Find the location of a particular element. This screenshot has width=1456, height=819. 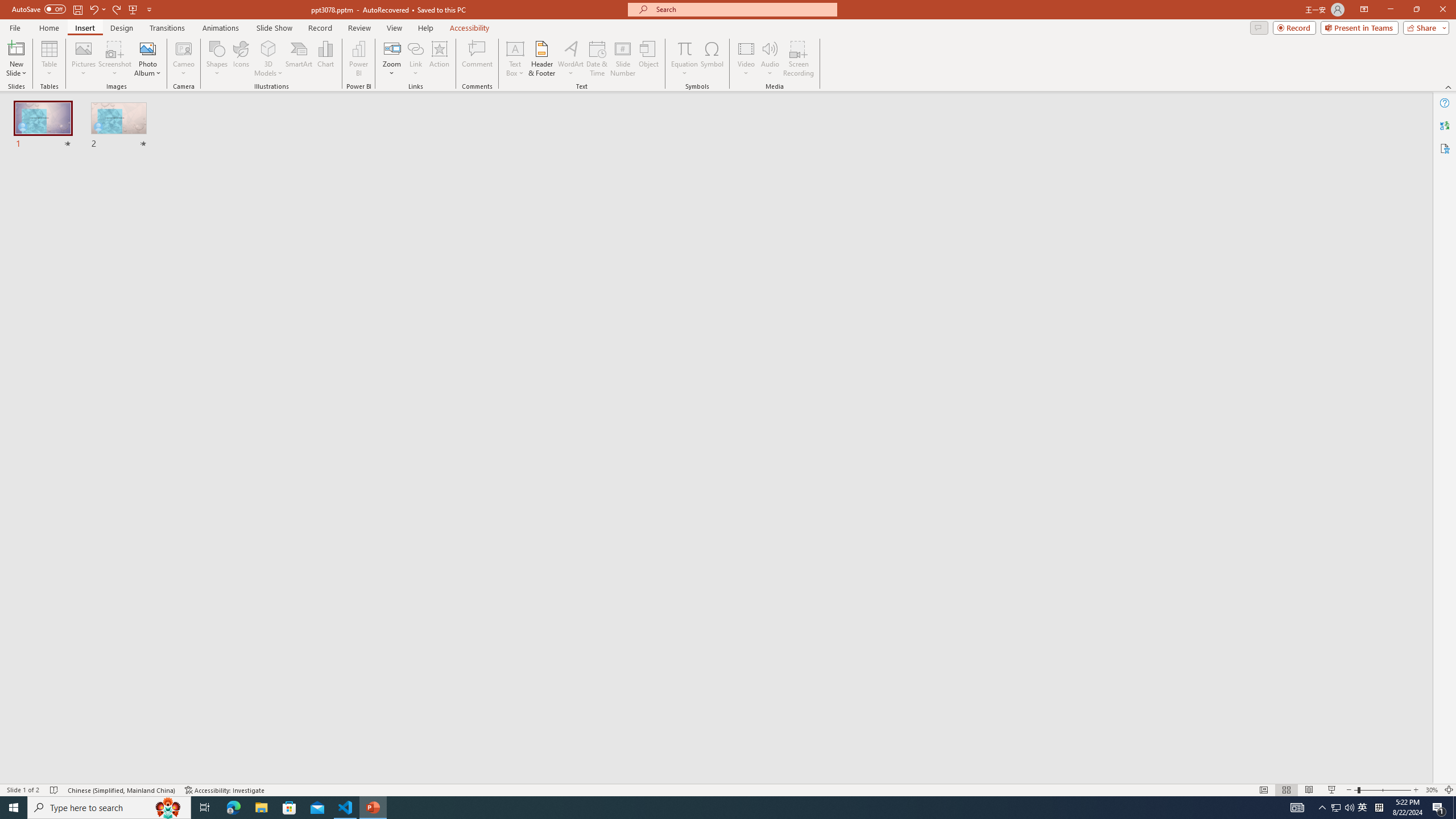

'Object...' is located at coordinates (649, 59).